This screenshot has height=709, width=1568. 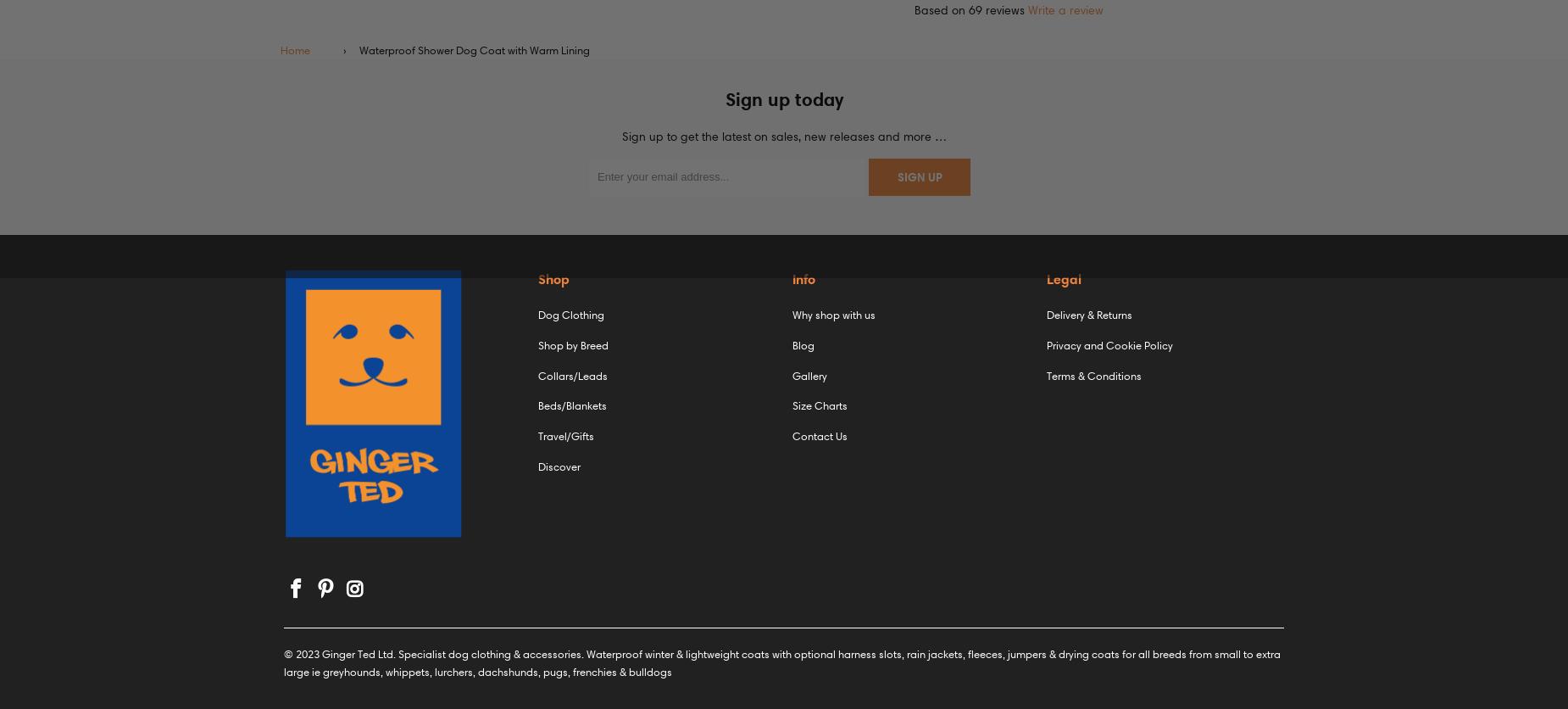 I want to click on 'Based on 69 reviews', so click(x=969, y=10).